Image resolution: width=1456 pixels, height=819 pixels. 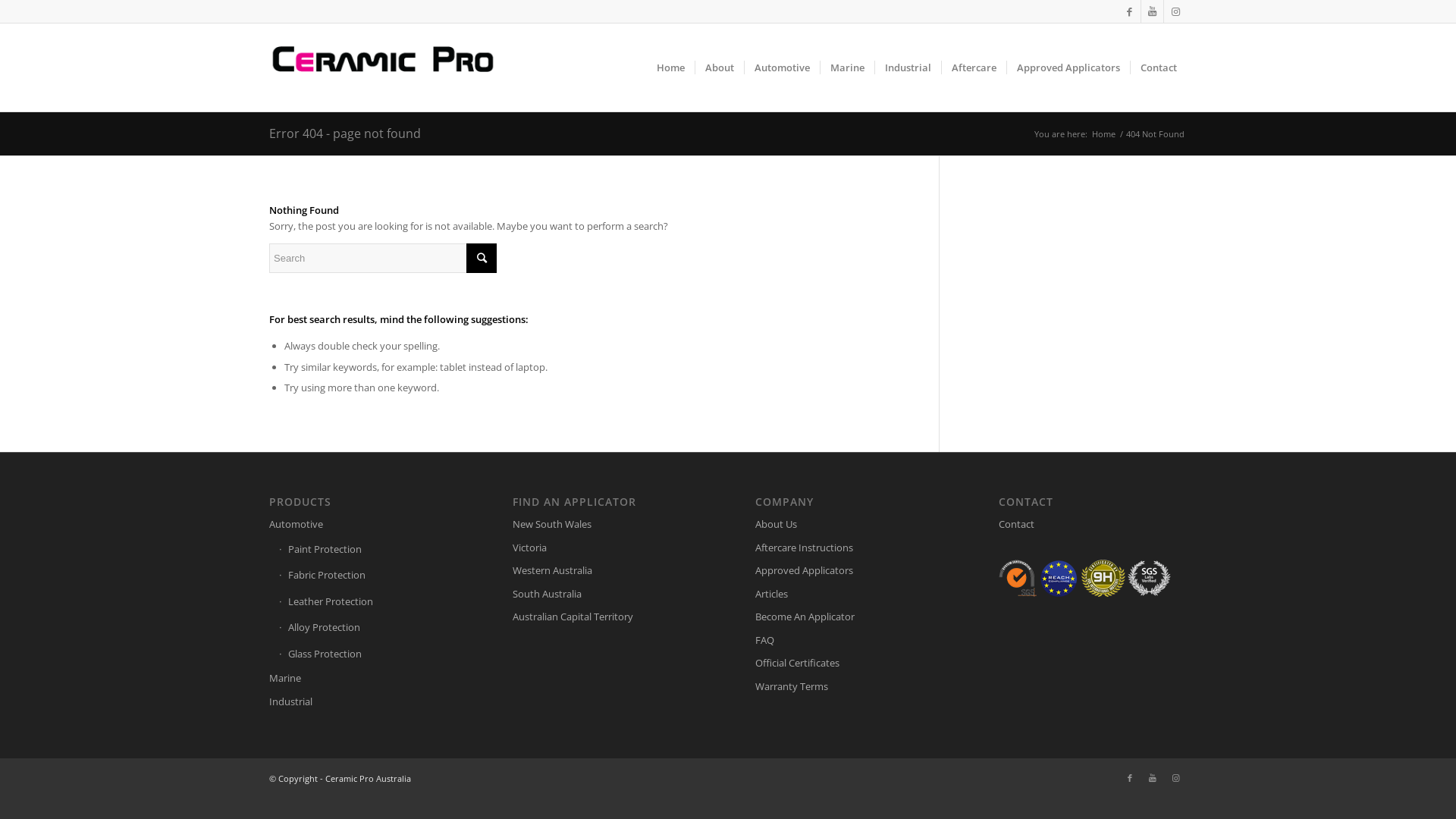 I want to click on 'Error 404 - page not found', so click(x=344, y=133).